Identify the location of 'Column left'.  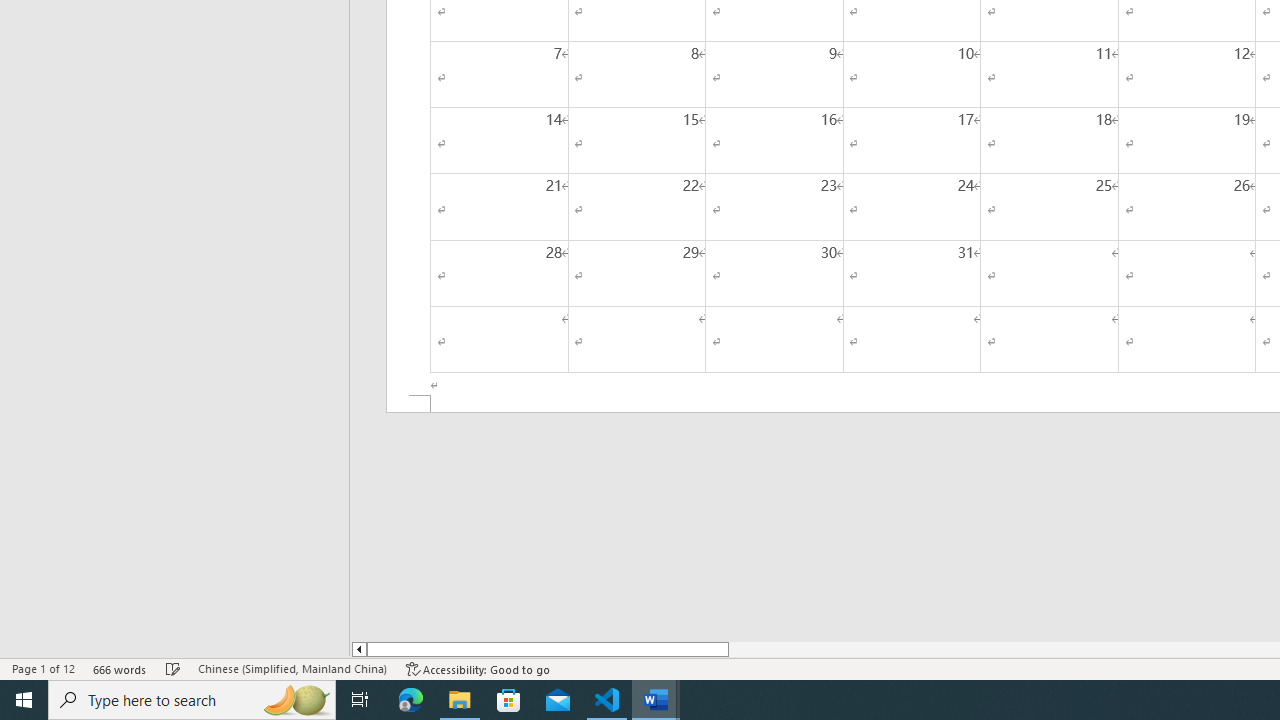
(358, 649).